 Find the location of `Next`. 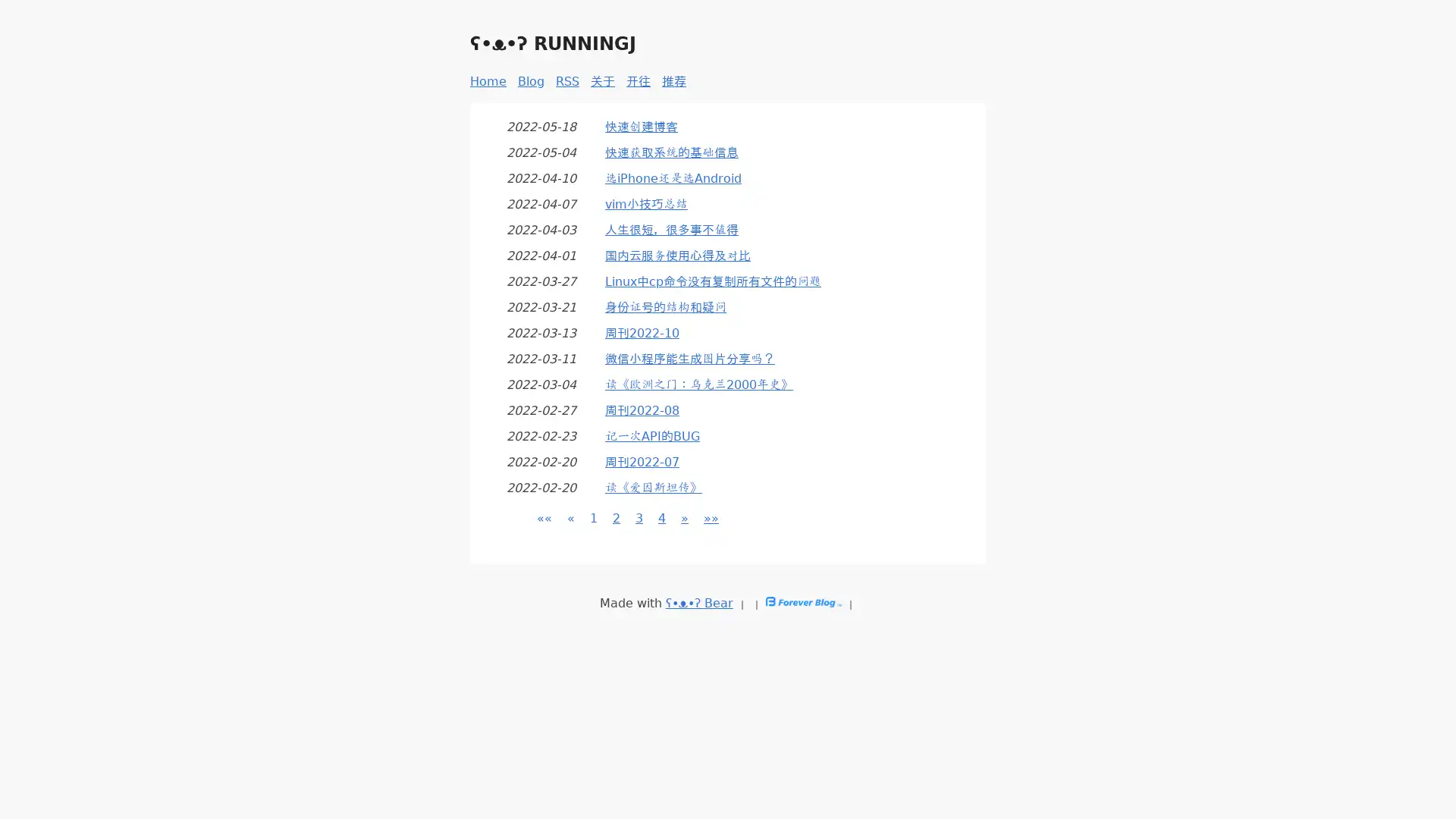

Next is located at coordinates (683, 516).